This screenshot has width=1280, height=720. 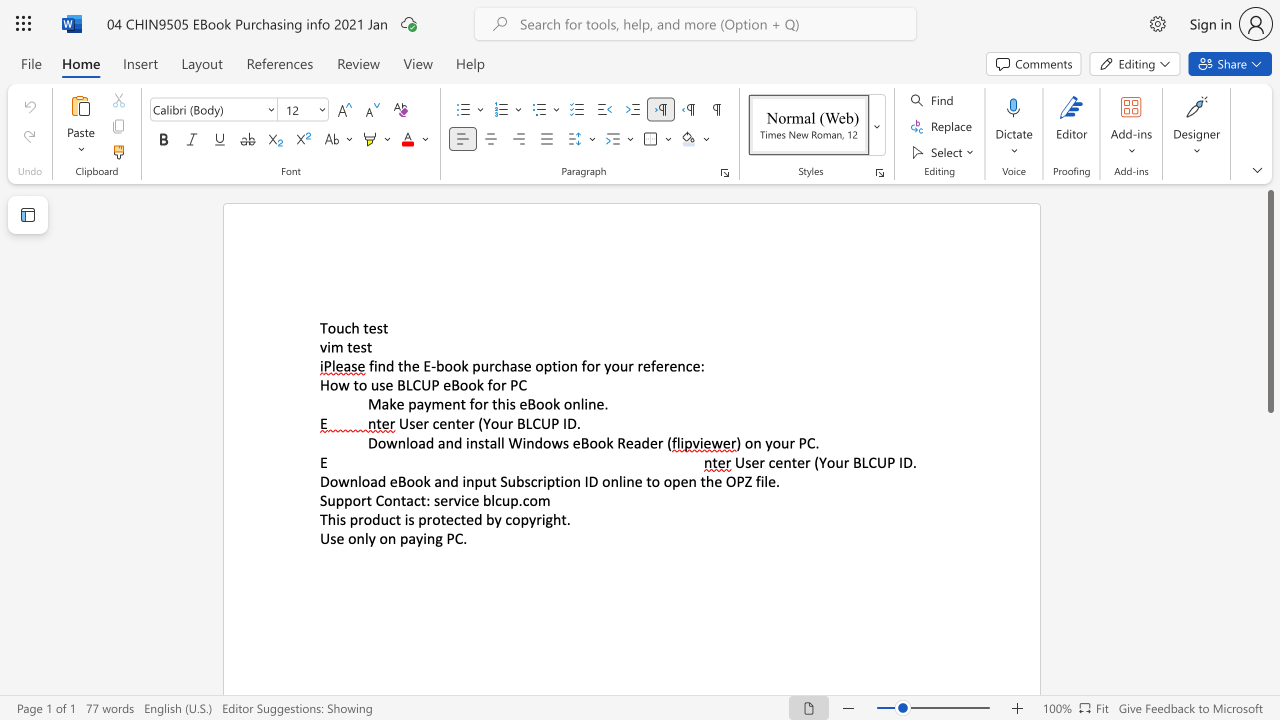 I want to click on the subset text "This product is pro" within the text "This product is protected by copyright.", so click(x=320, y=518).